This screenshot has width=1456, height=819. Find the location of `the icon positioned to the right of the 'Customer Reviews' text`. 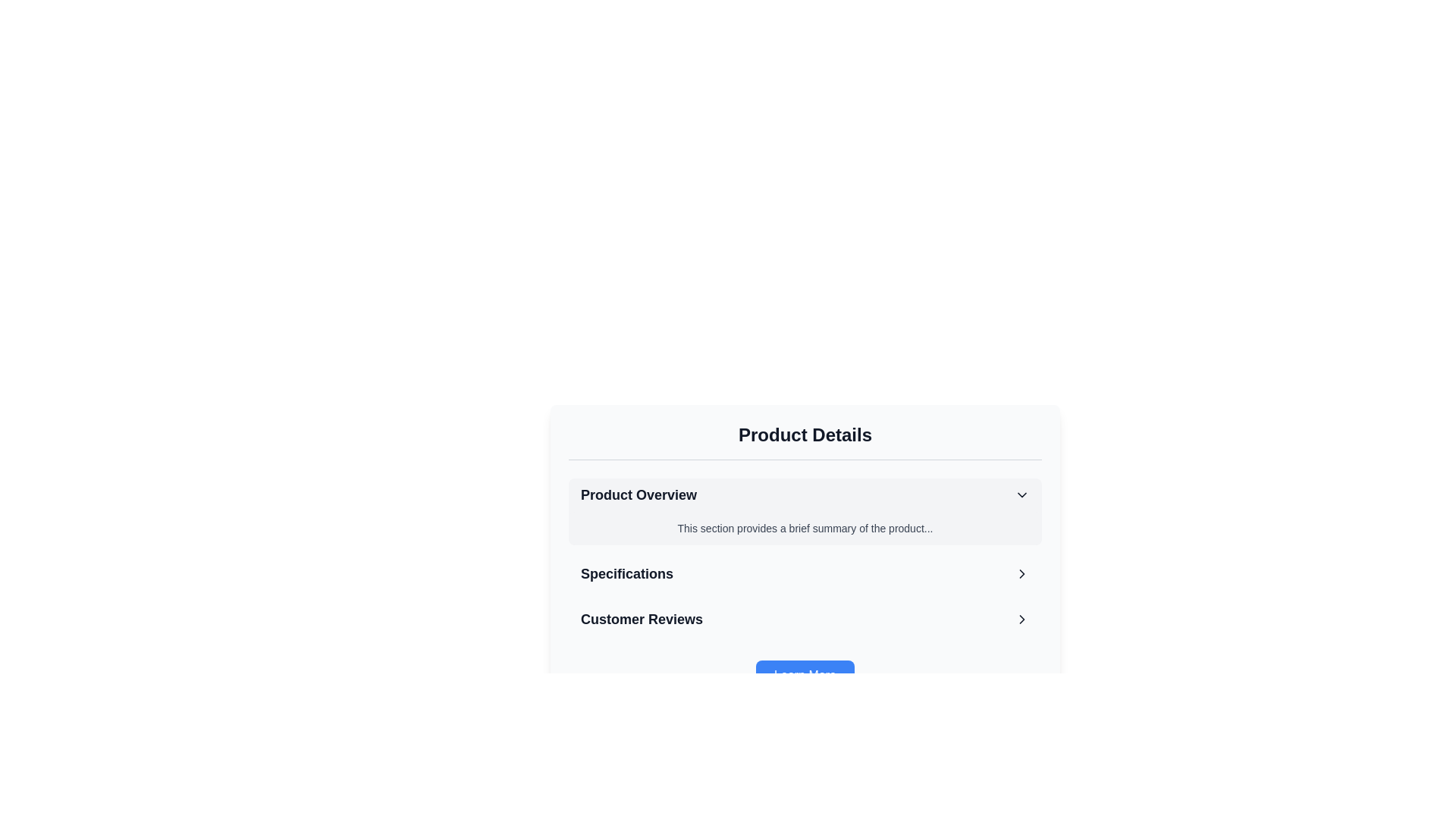

the icon positioned to the right of the 'Customer Reviews' text is located at coordinates (1022, 620).